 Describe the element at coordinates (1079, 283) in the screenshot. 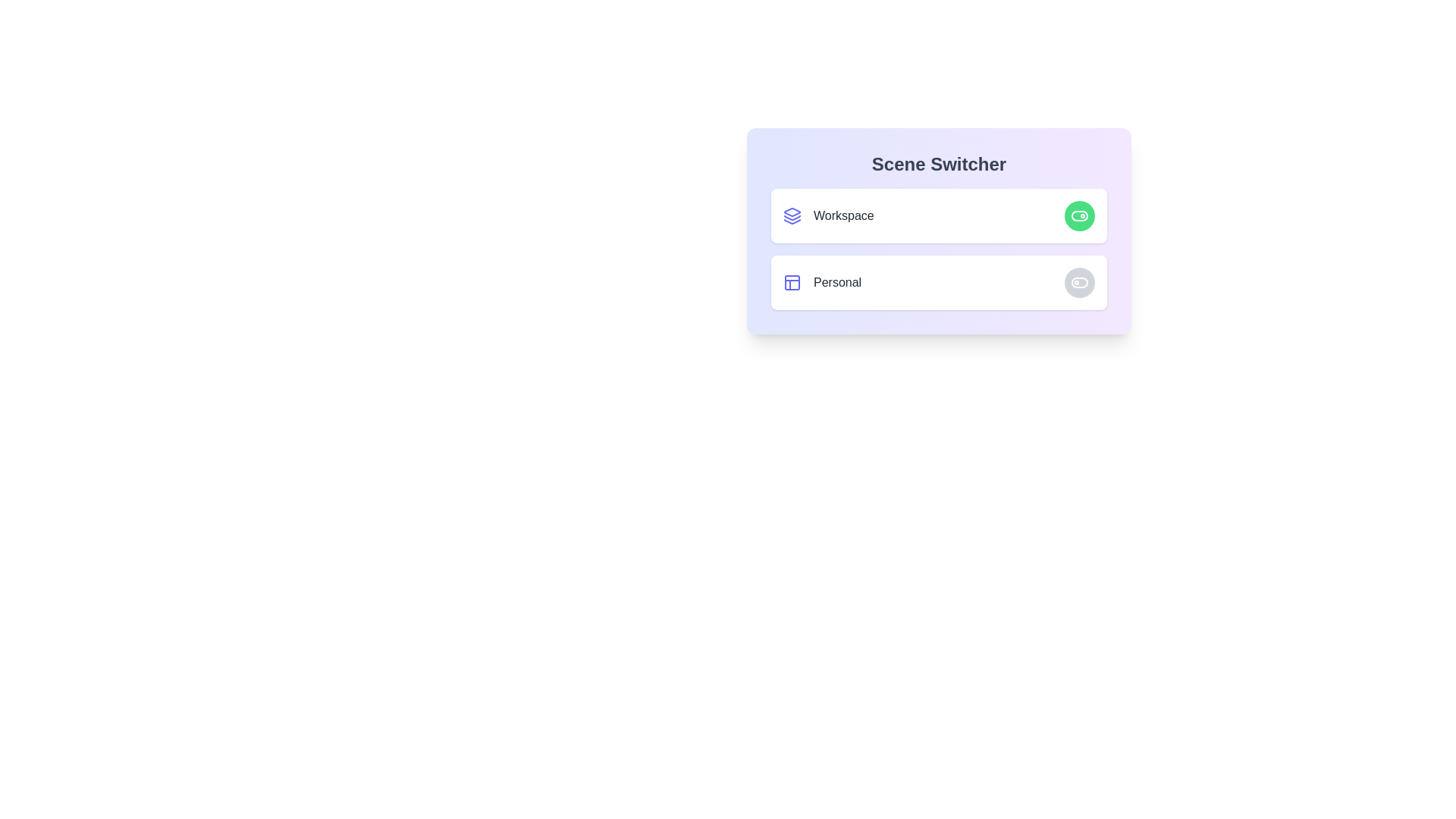

I see `the toggle switch with a rounded shape and gray background located in the 'Scene Switcher' card, far right of the row labeled 'Personal'` at that location.